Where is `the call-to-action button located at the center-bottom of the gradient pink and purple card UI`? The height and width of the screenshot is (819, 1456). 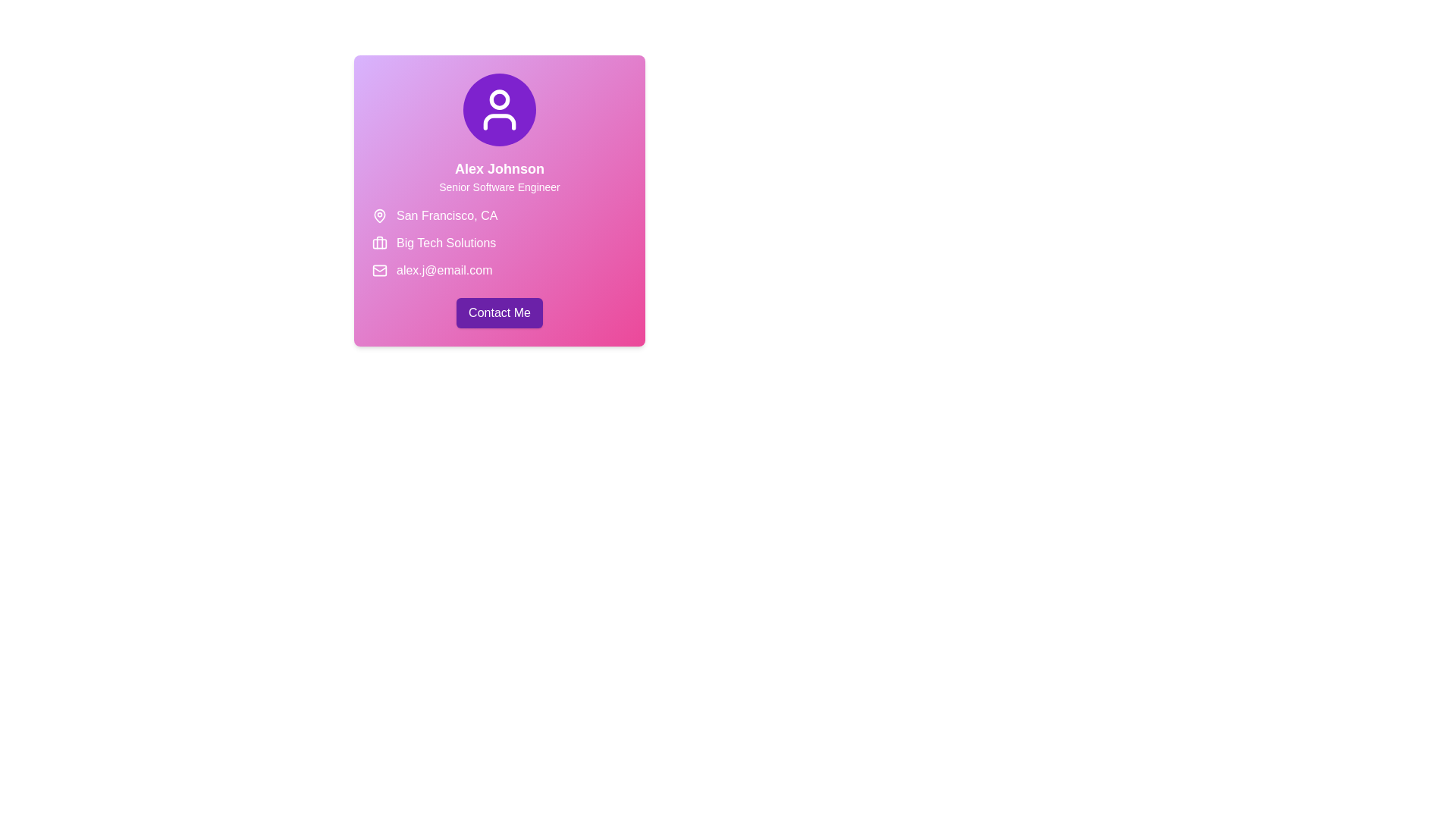
the call-to-action button located at the center-bottom of the gradient pink and purple card UI is located at coordinates (499, 312).